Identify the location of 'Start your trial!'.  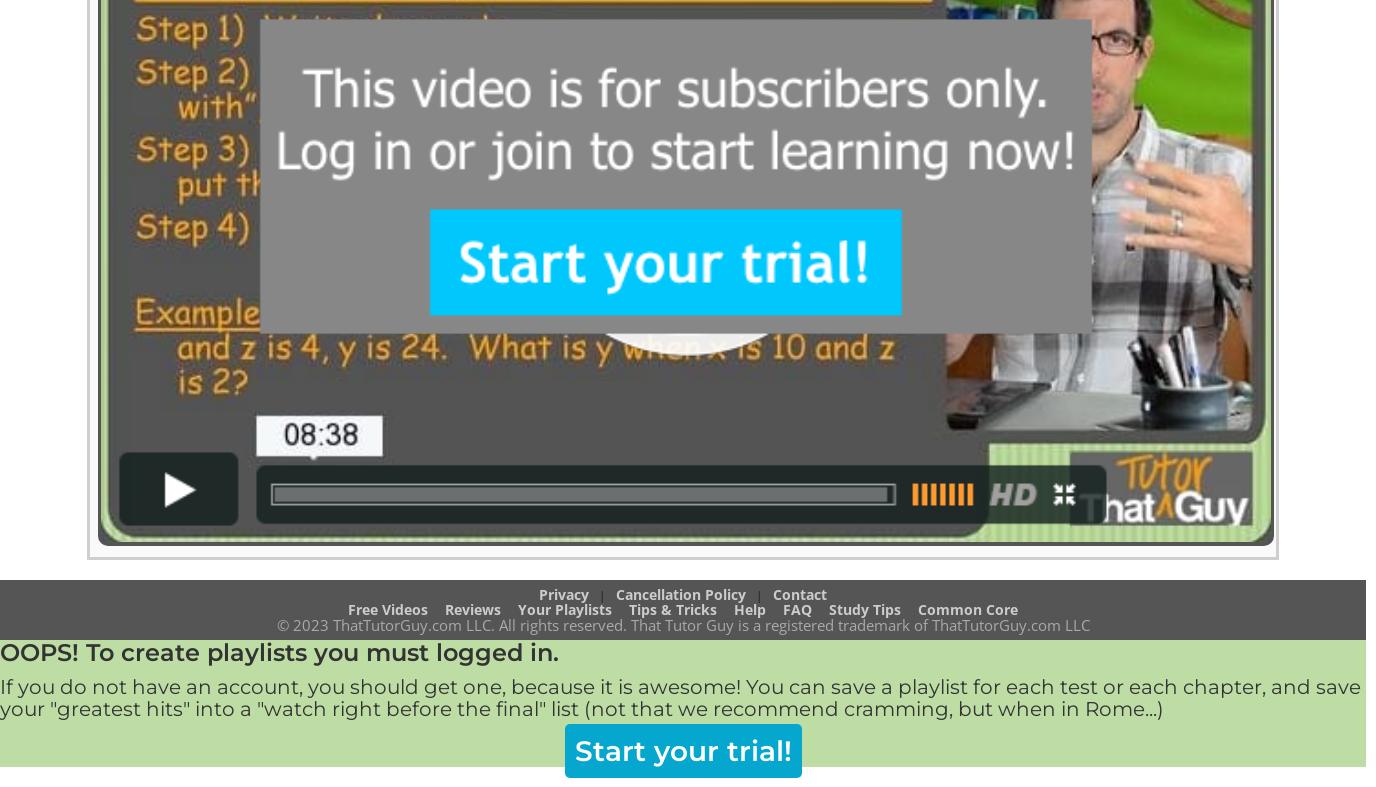
(682, 750).